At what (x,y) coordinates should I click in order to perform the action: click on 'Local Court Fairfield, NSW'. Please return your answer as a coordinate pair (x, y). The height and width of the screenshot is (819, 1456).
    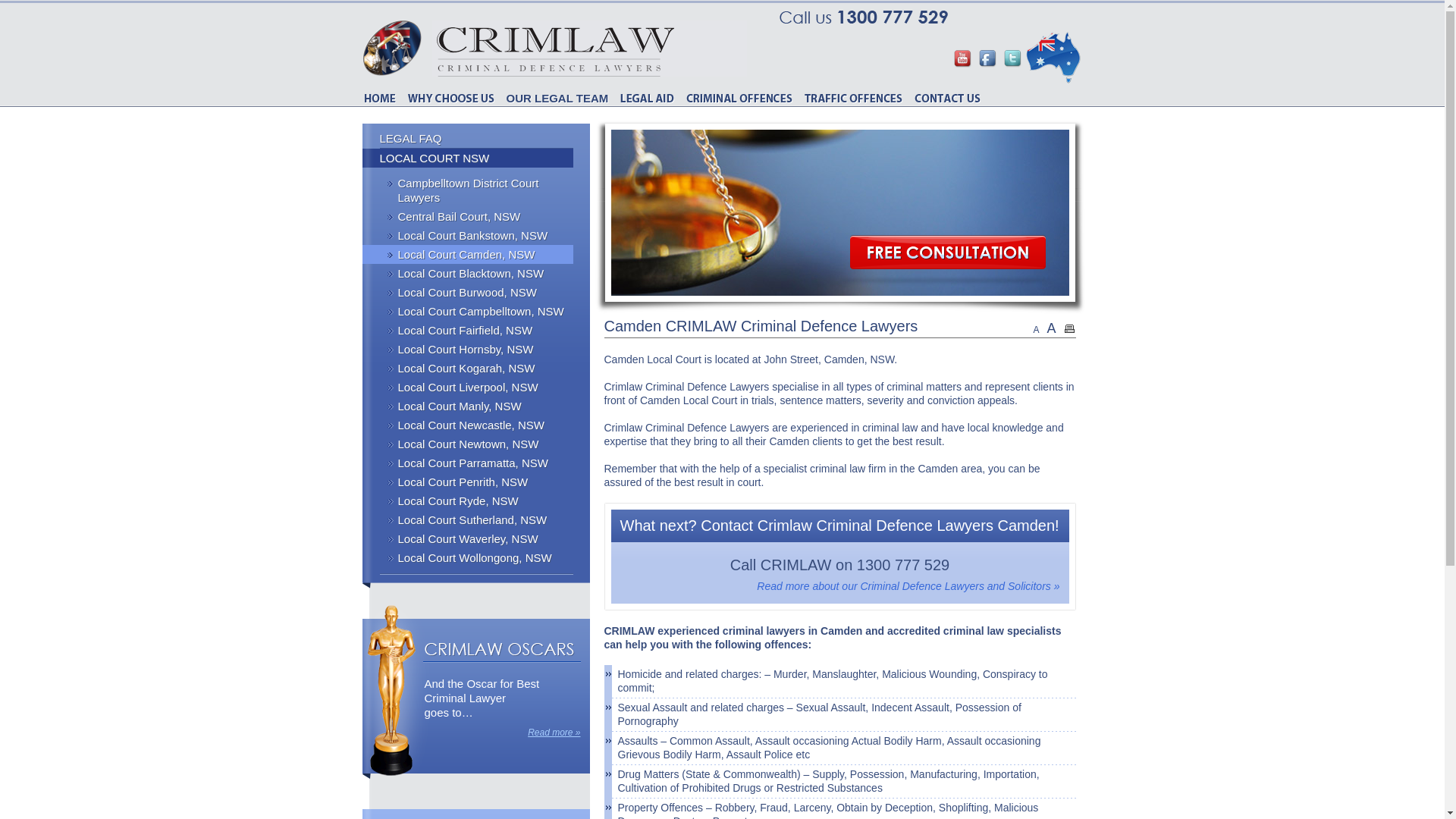
    Looking at the image, I should click on (467, 329).